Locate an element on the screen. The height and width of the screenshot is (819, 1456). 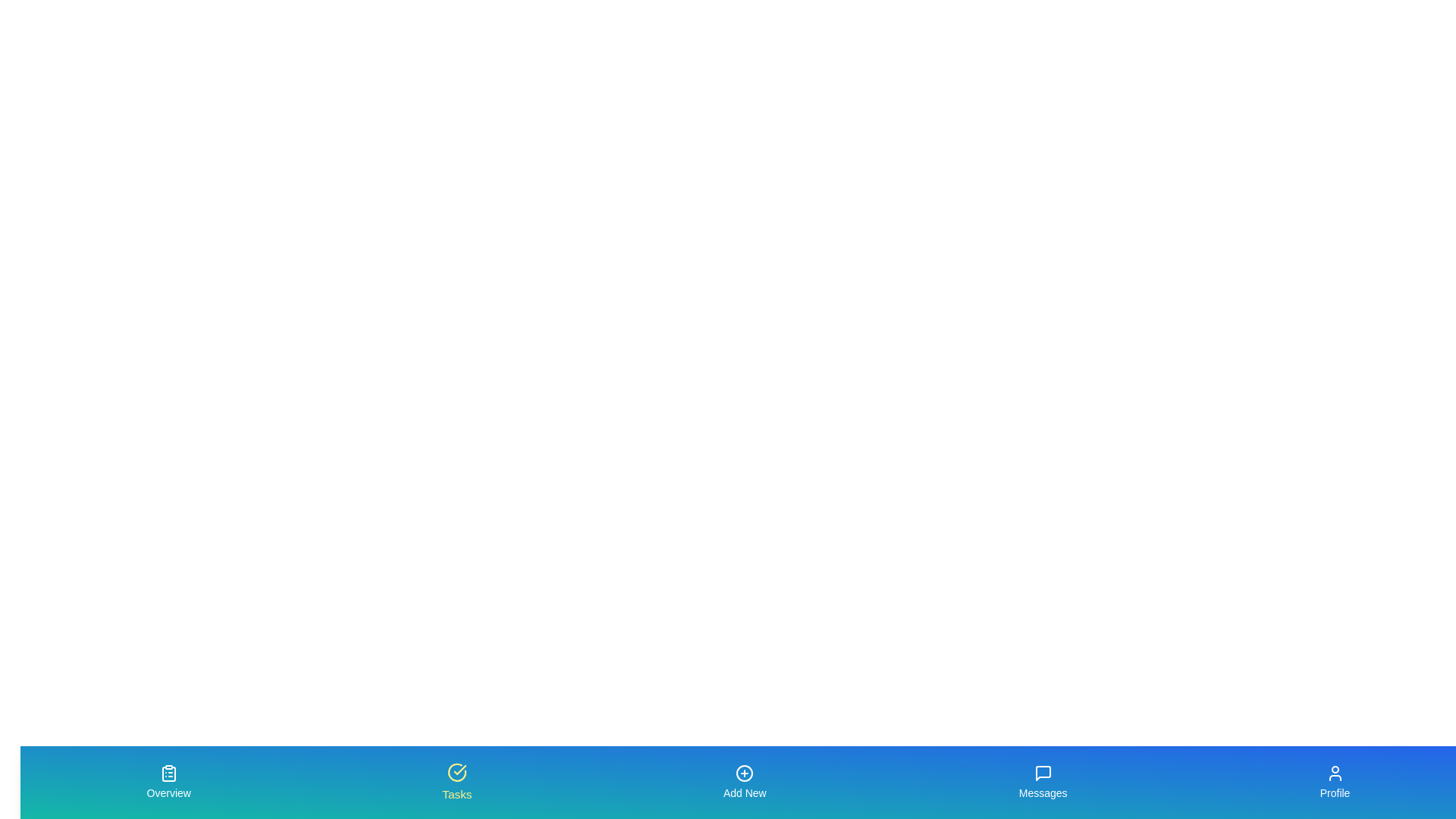
the tab labeled 'Add New' to trigger its hover effect is located at coordinates (745, 783).